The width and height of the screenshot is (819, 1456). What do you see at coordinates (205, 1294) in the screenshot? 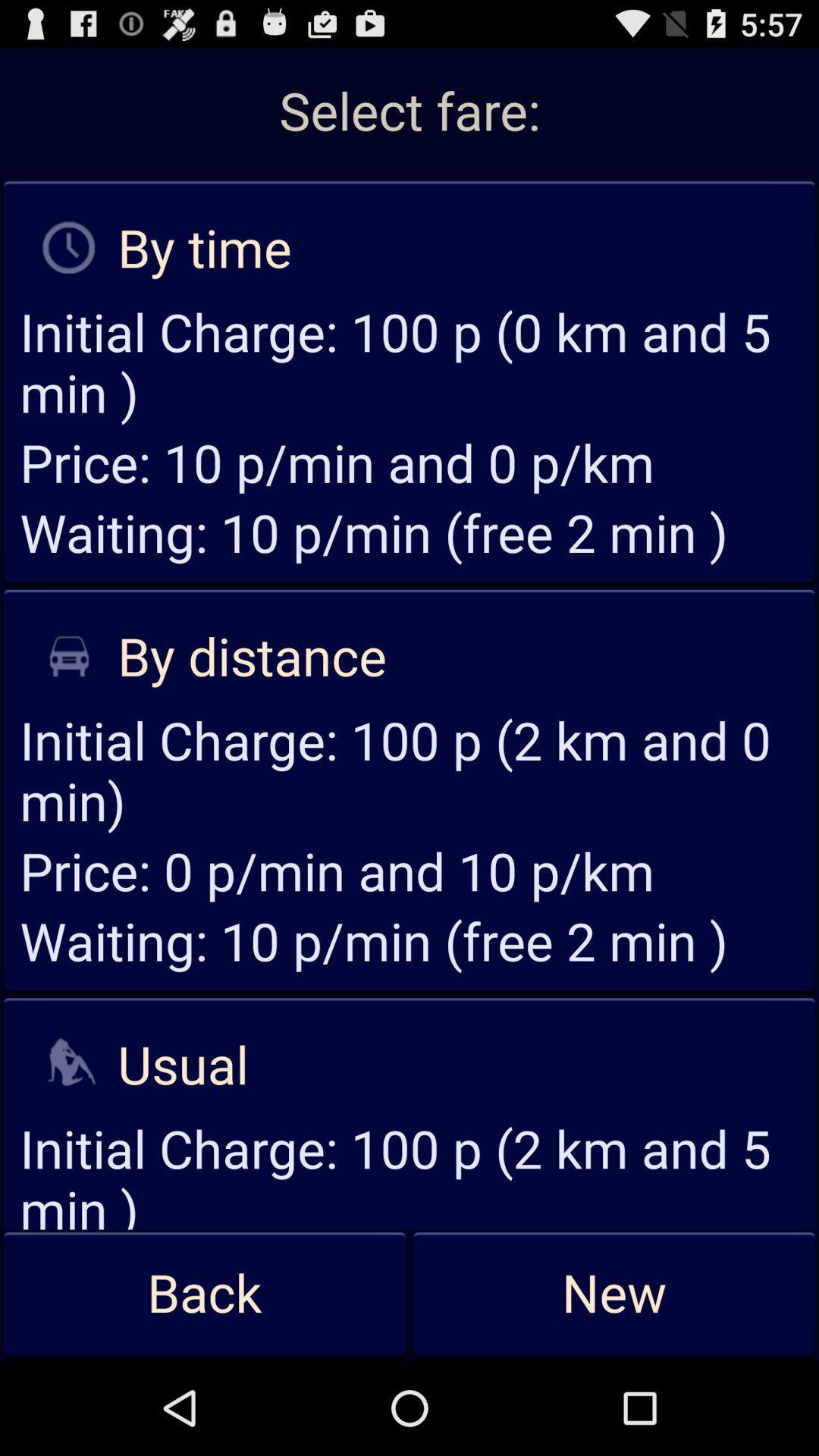
I see `the app below the initial charge 100` at bounding box center [205, 1294].